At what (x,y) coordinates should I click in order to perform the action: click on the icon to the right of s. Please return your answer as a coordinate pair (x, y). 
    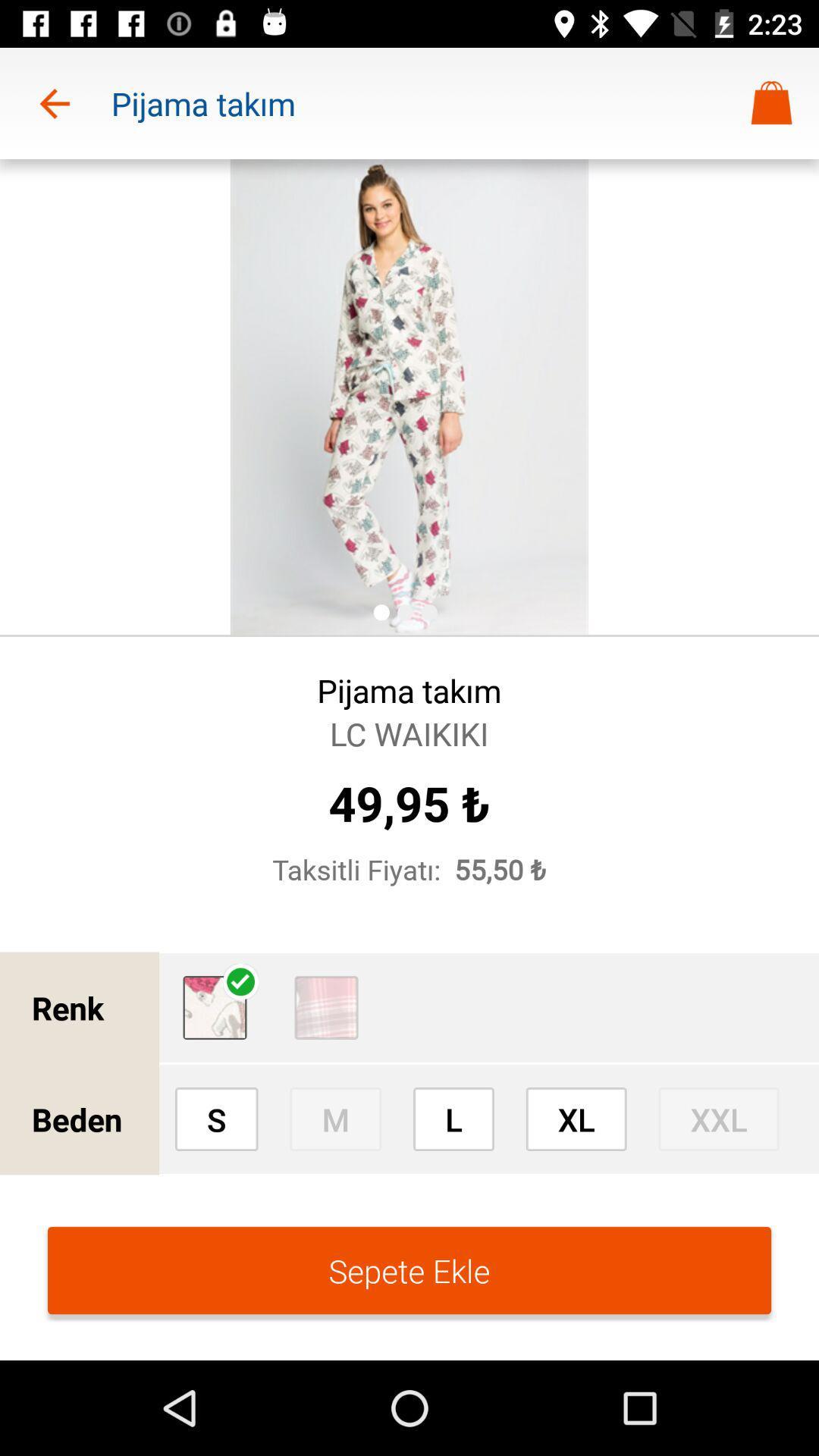
    Looking at the image, I should click on (334, 1119).